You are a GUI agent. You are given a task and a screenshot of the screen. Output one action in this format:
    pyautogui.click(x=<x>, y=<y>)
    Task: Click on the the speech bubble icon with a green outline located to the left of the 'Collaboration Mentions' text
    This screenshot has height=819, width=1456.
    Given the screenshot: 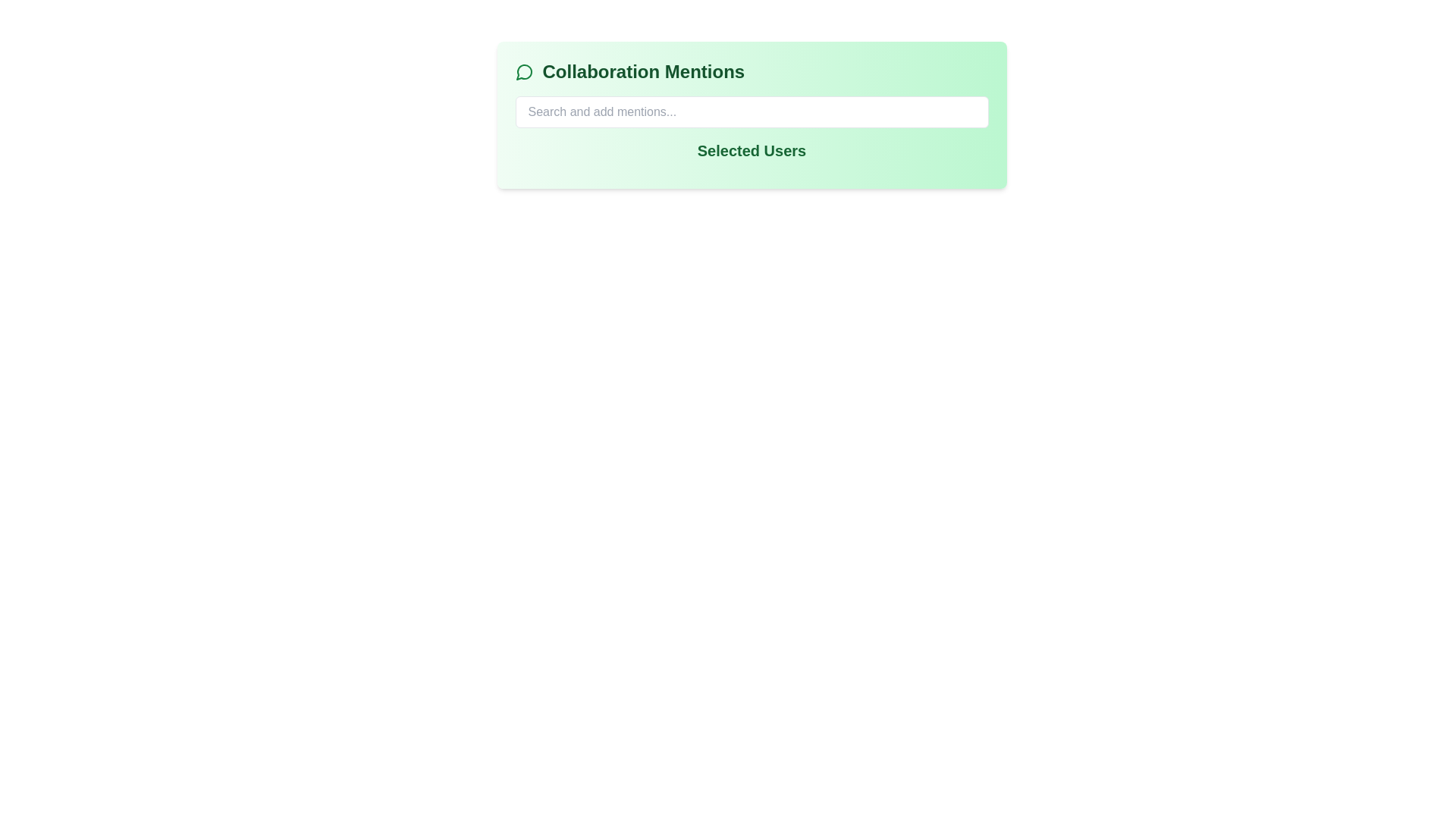 What is the action you would take?
    pyautogui.click(x=524, y=72)
    